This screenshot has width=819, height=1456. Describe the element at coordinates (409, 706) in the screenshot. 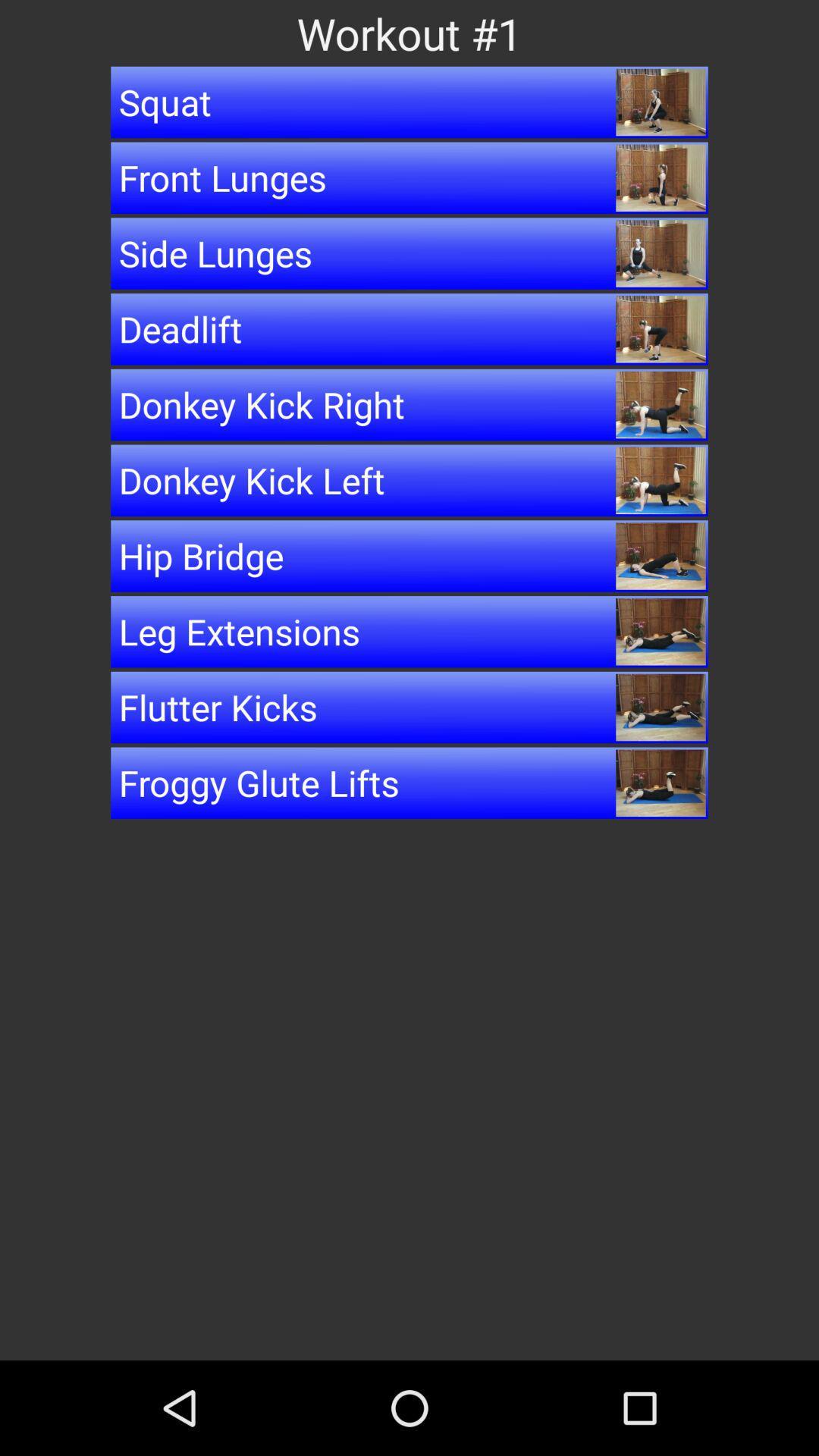

I see `the button below leg extensions item` at that location.